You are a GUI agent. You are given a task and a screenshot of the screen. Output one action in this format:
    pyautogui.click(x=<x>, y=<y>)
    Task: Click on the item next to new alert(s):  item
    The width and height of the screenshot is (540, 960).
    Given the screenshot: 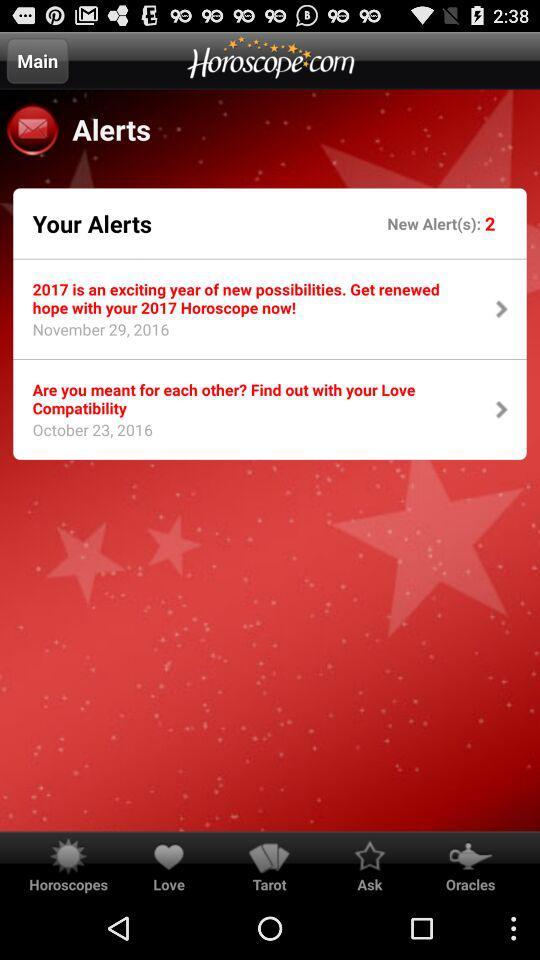 What is the action you would take?
    pyautogui.click(x=91, y=223)
    